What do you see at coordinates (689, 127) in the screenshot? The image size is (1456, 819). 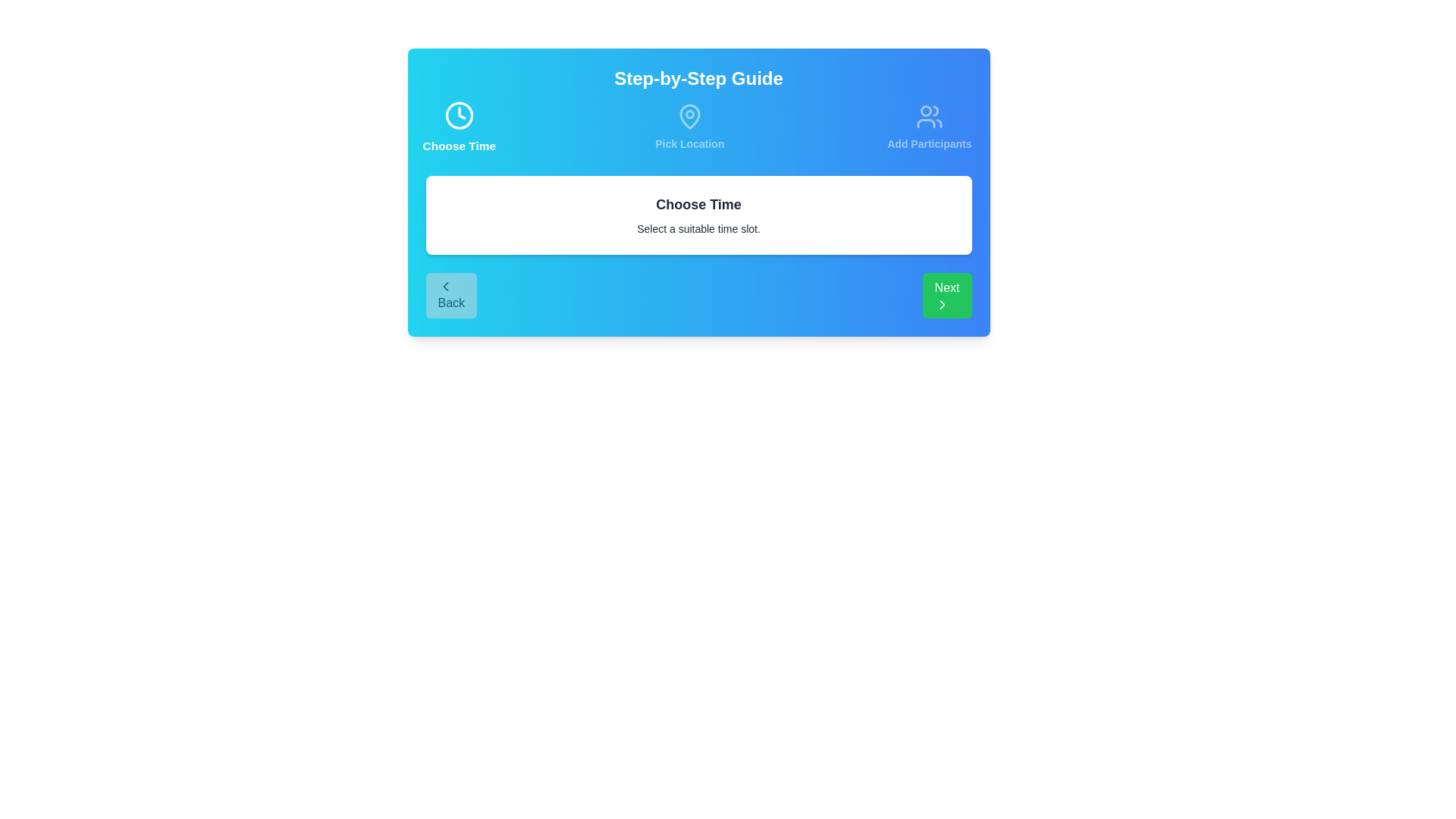 I see `the step title Pick Location to view its details` at bounding box center [689, 127].